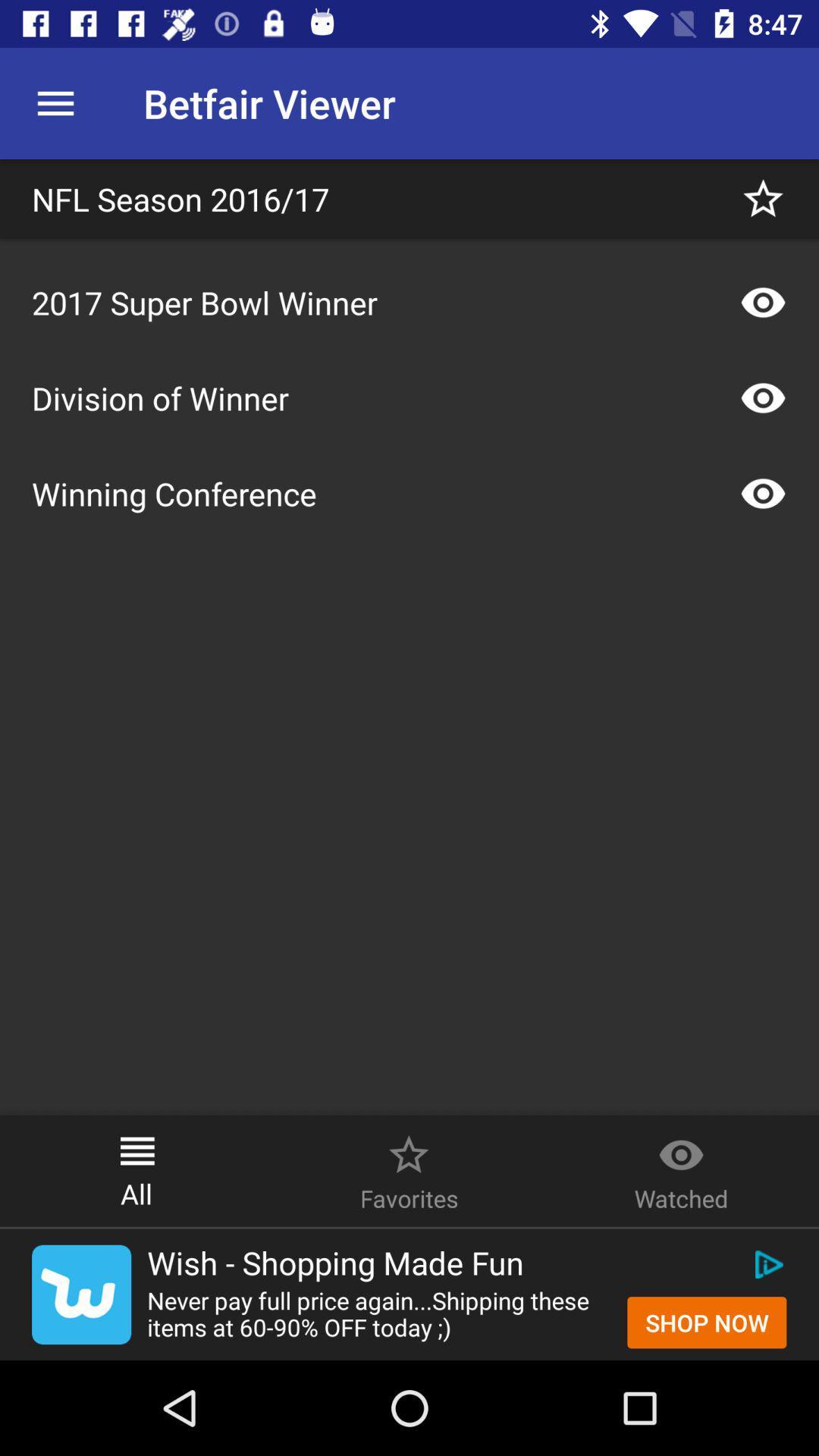 The height and width of the screenshot is (1456, 819). Describe the element at coordinates (55, 102) in the screenshot. I see `item to the left of the betfair viewer item` at that location.